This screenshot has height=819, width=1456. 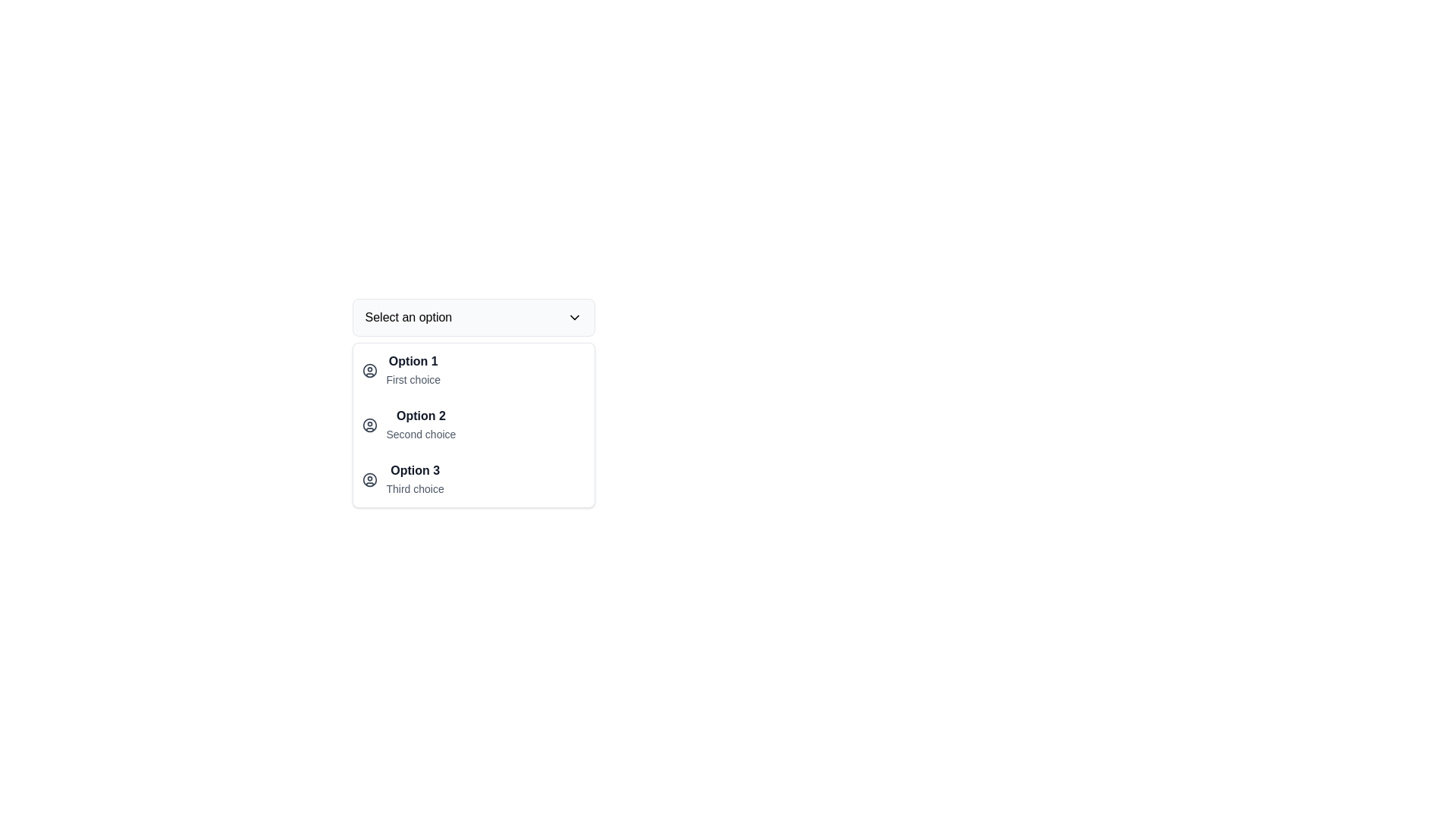 I want to click on the list item displaying 'Option 3' with the description 'Third choice', so click(x=472, y=479).